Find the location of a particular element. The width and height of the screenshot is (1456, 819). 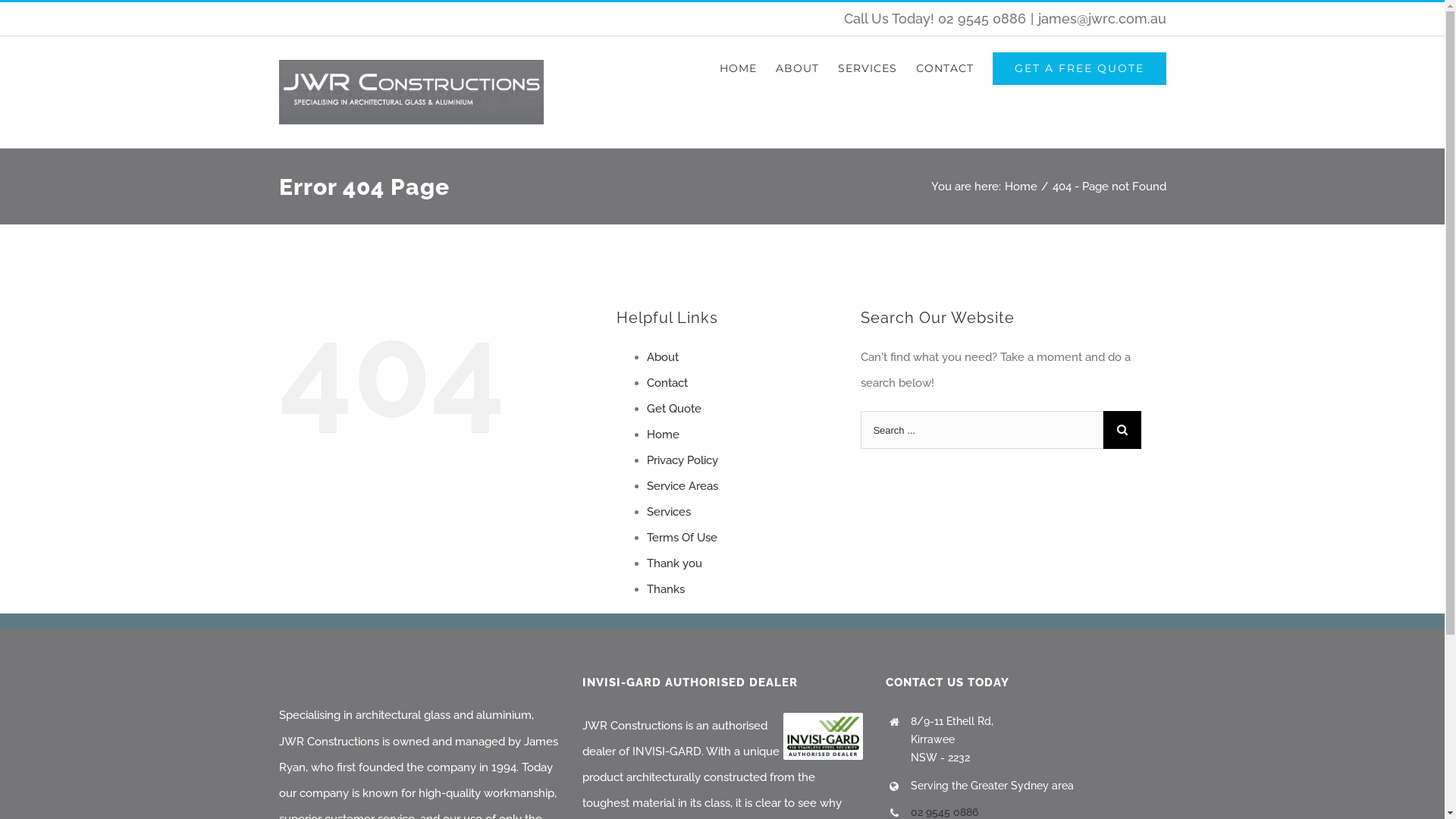

'Call Us Today! 02 9545 0886' is located at coordinates (934, 18).